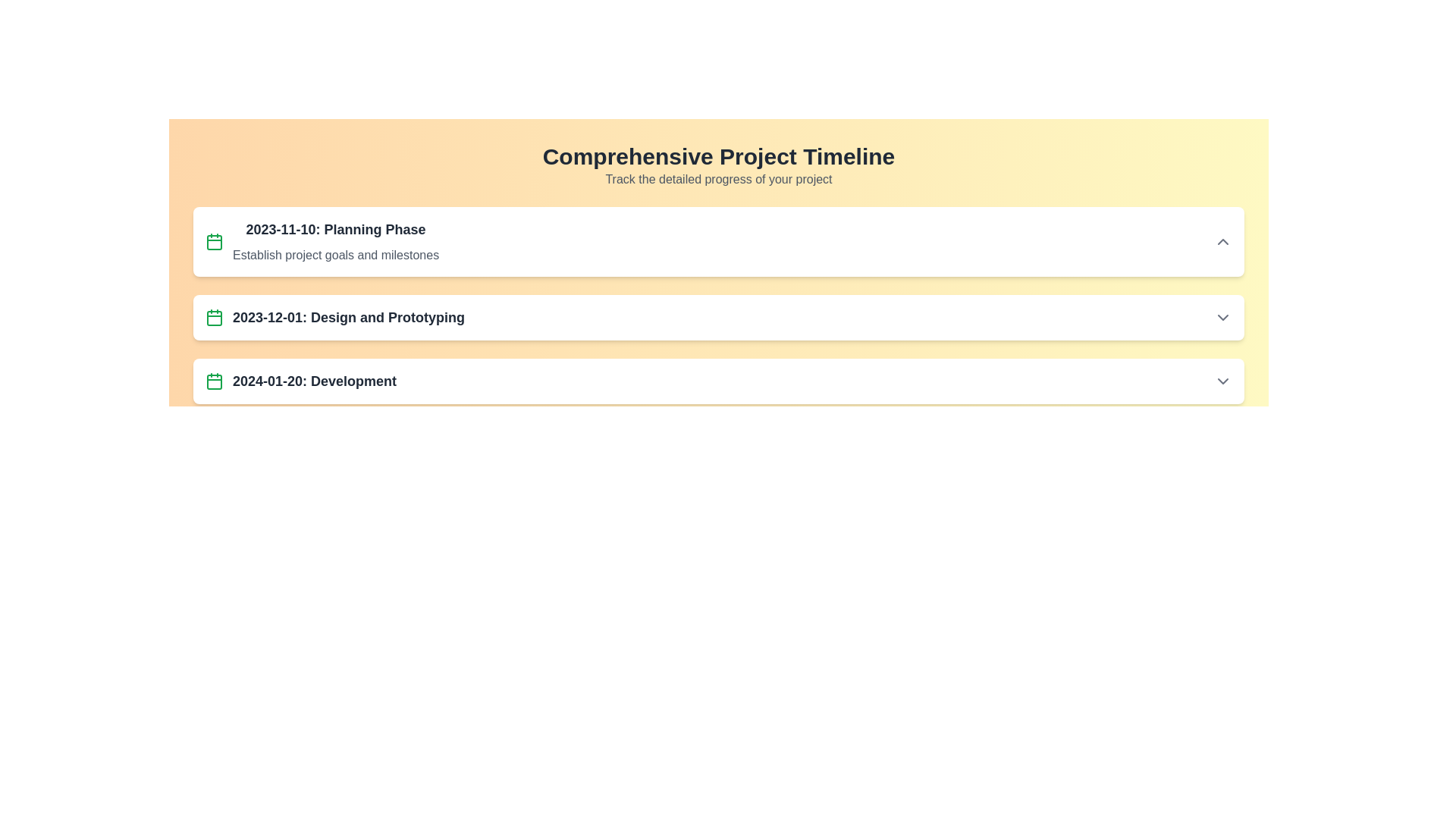  Describe the element at coordinates (314, 380) in the screenshot. I see `text label displaying '2024-01-20: Development' in bold style, located in the third card under 'Comprehensive Project Timeline'` at that location.